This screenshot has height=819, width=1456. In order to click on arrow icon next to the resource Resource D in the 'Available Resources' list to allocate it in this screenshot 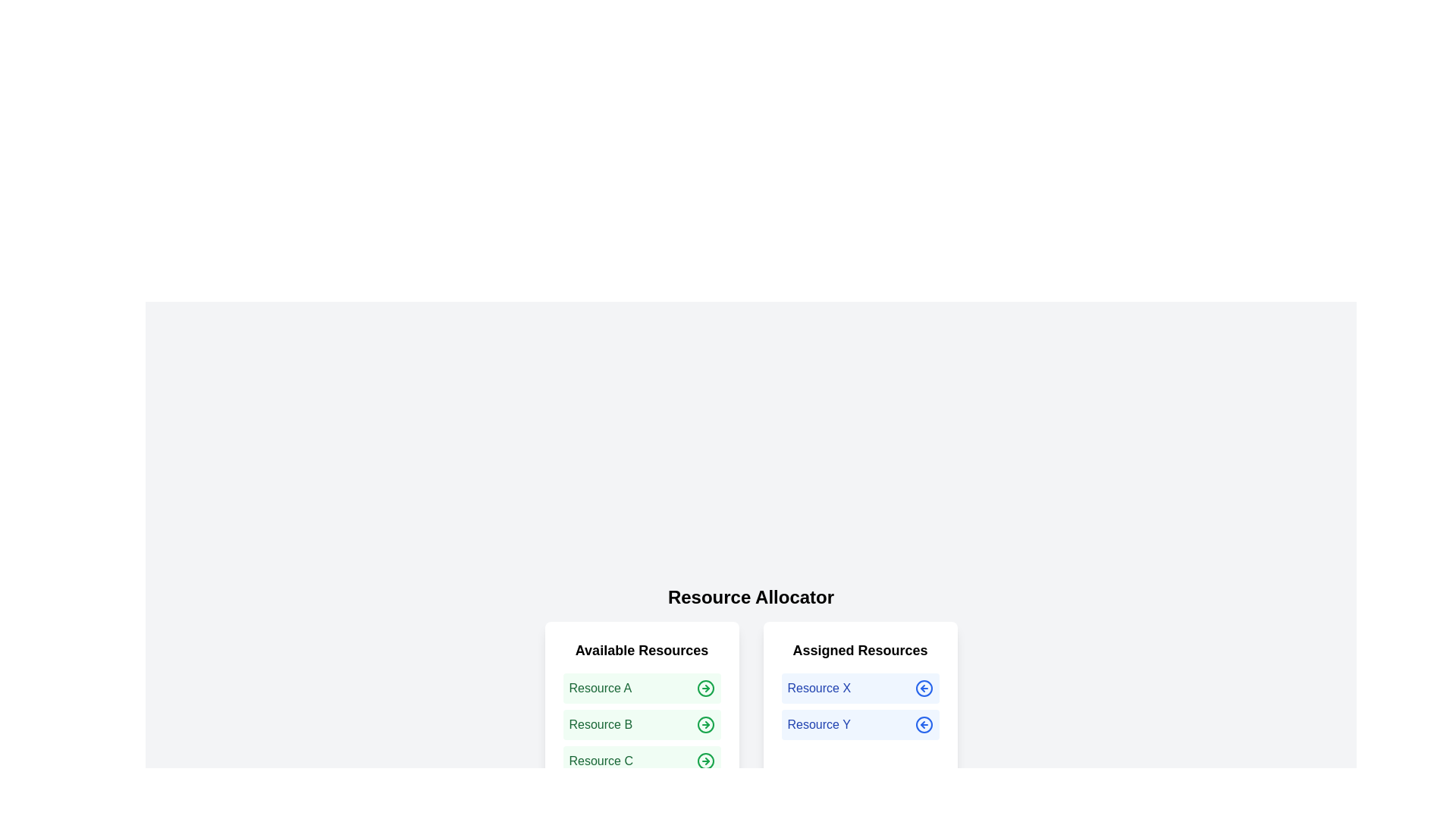, I will do `click(704, 797)`.